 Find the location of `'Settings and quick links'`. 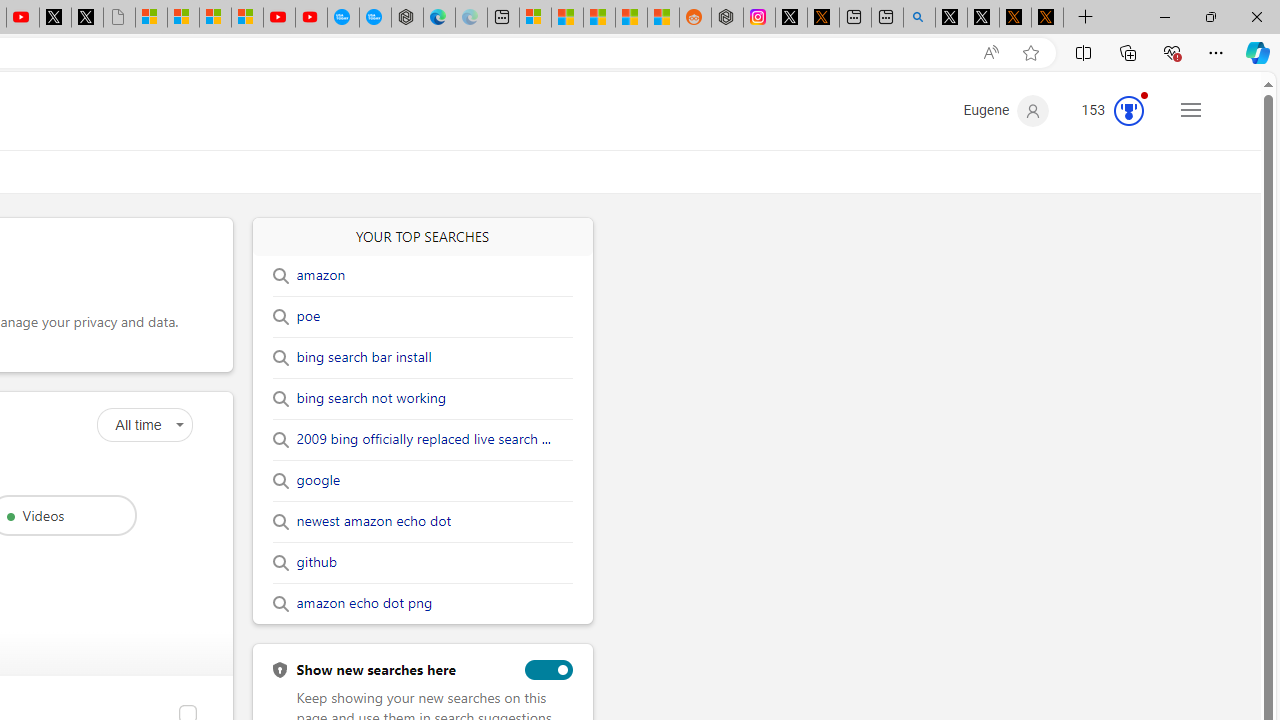

'Settings and quick links' is located at coordinates (1191, 109).